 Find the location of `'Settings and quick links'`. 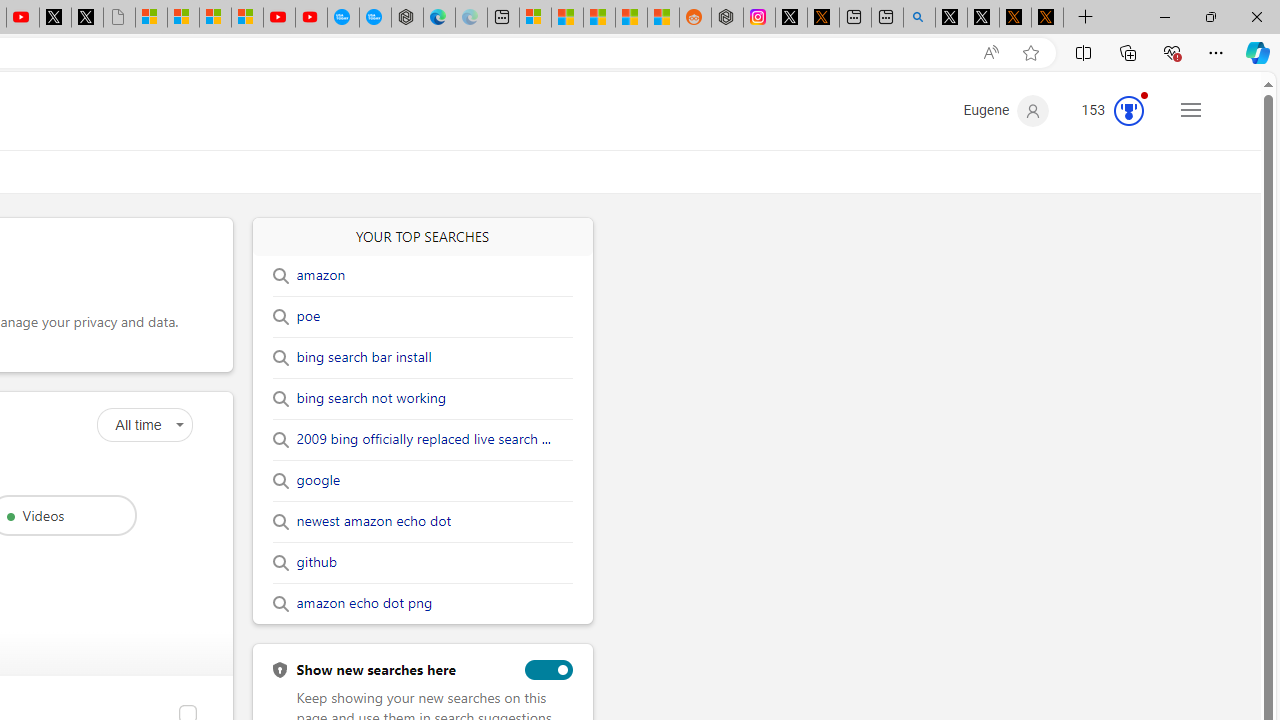

'Settings and quick links' is located at coordinates (1191, 109).